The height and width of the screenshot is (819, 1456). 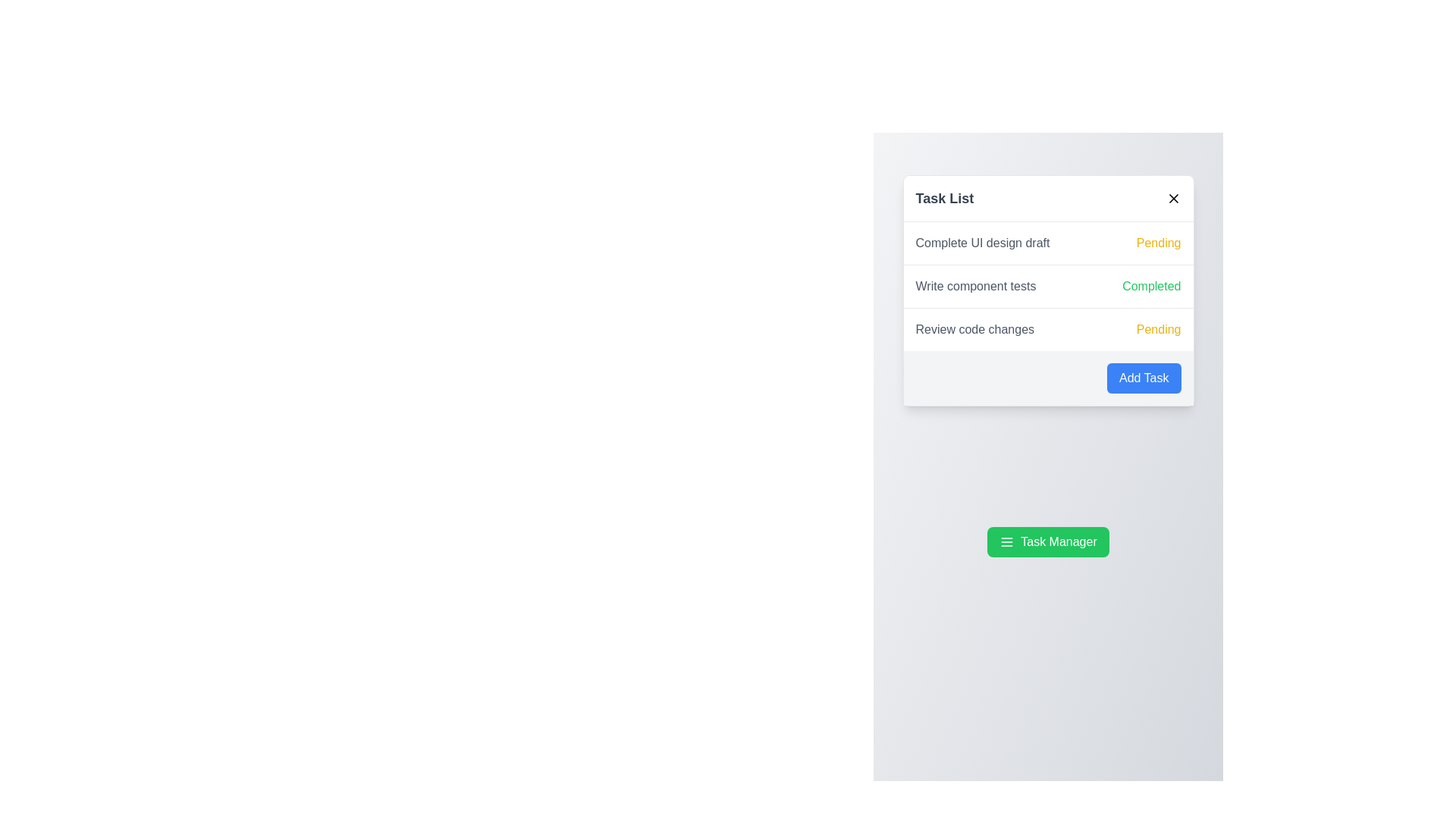 What do you see at coordinates (1144, 377) in the screenshot?
I see `the 'Add Task' button located at the bottom-right corner of the 'Task List' card` at bounding box center [1144, 377].